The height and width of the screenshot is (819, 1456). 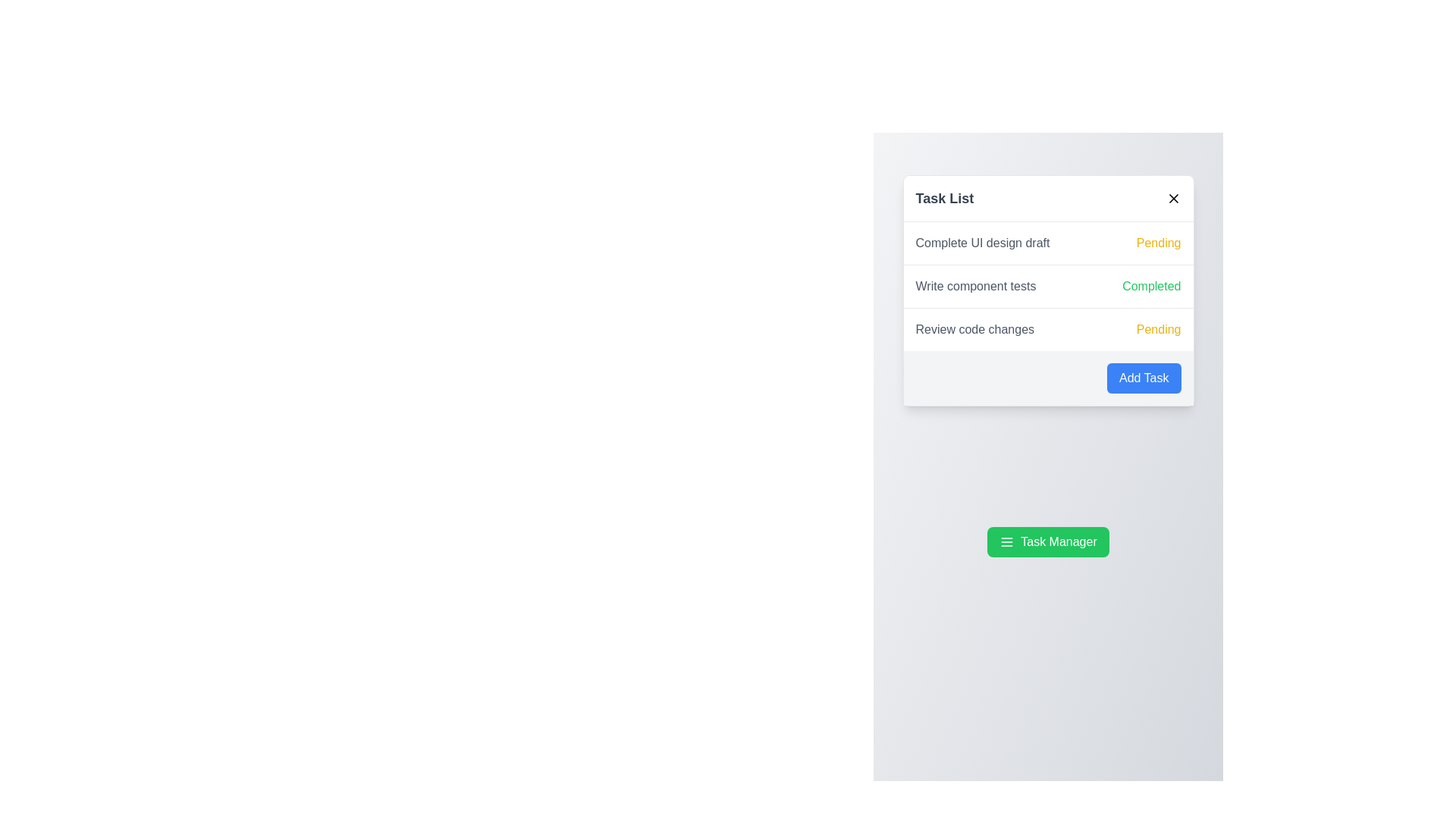 What do you see at coordinates (1144, 377) in the screenshot?
I see `the 'Add Task' button located at the bottom-right corner of the 'Task List' card` at bounding box center [1144, 377].